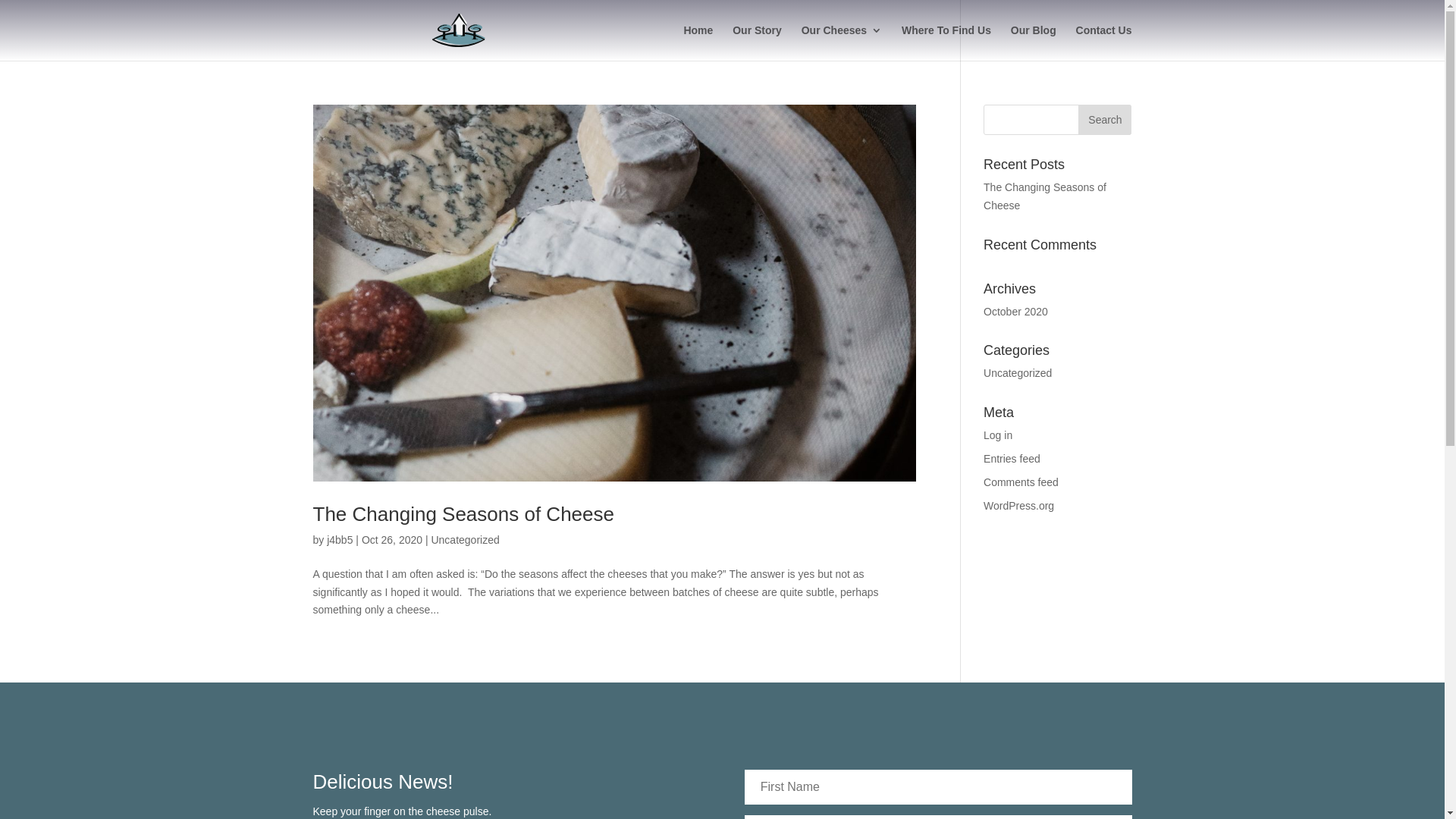 This screenshot has height=819, width=1456. I want to click on 'Search', so click(1105, 119).